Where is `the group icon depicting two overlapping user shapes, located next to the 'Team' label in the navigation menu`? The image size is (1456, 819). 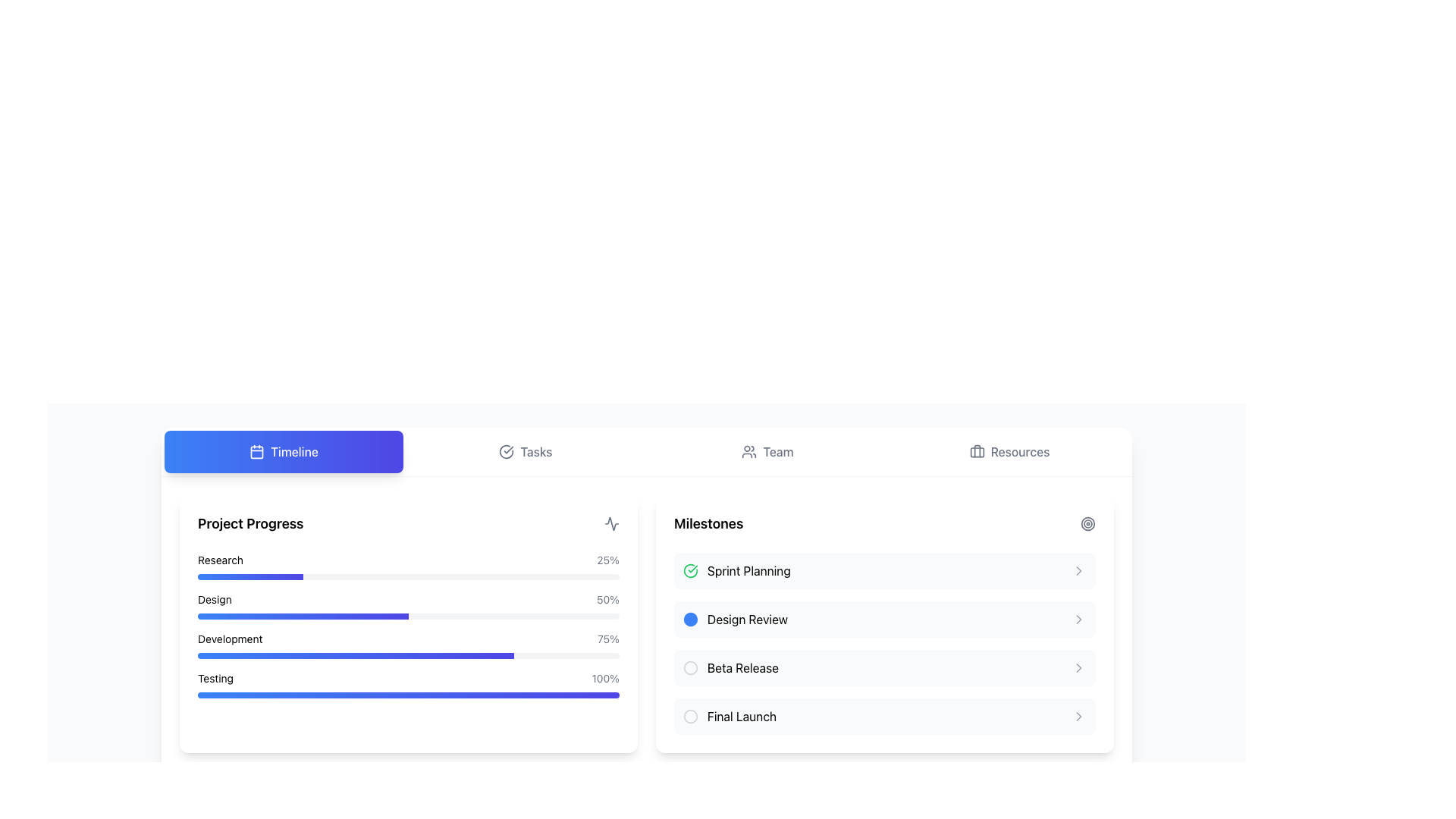
the group icon depicting two overlapping user shapes, located next to the 'Team' label in the navigation menu is located at coordinates (749, 451).